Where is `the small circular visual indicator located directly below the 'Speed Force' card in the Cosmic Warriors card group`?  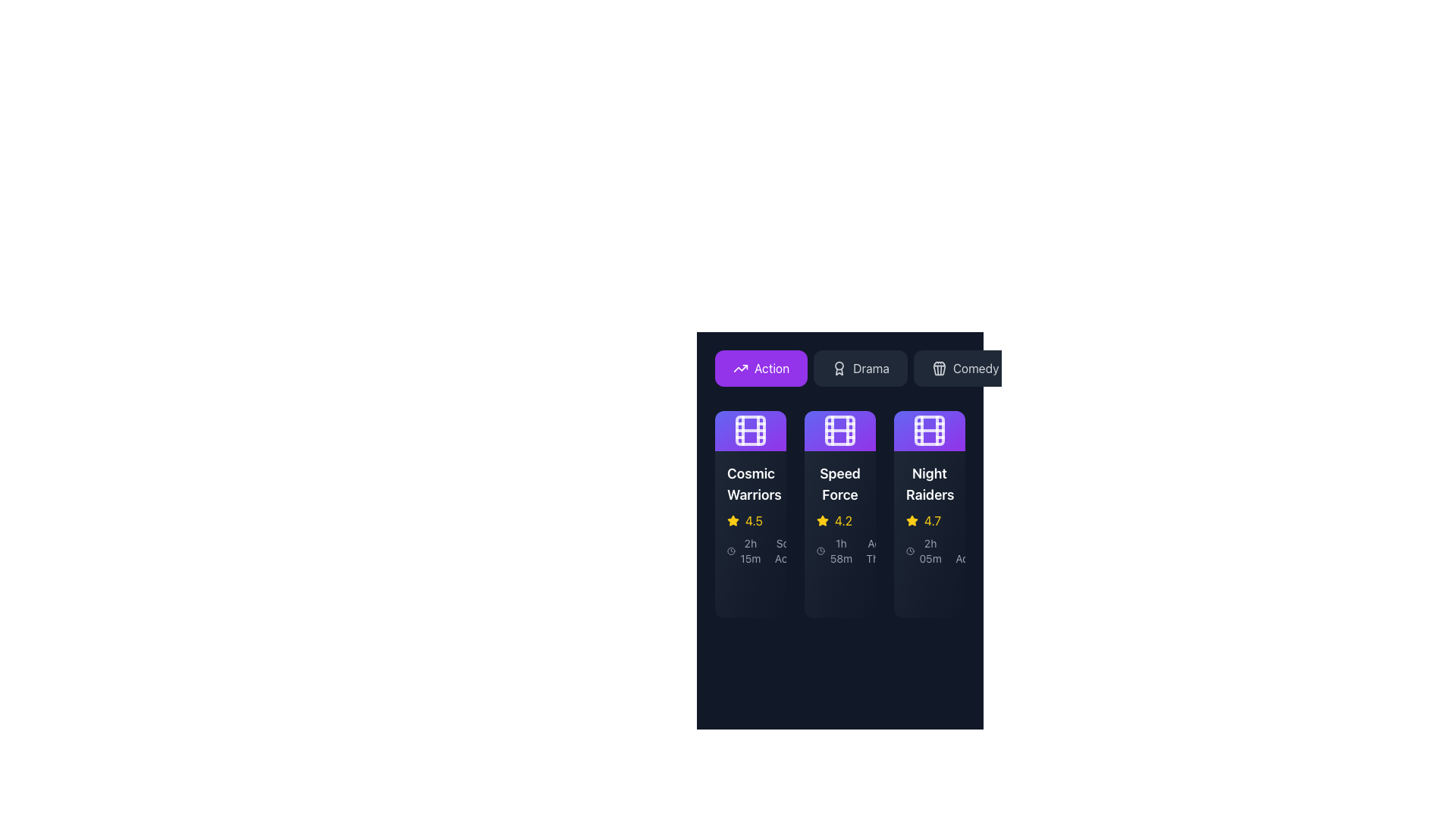
the small circular visual indicator located directly below the 'Speed Force' card in the Cosmic Warriors card group is located at coordinates (822, 589).